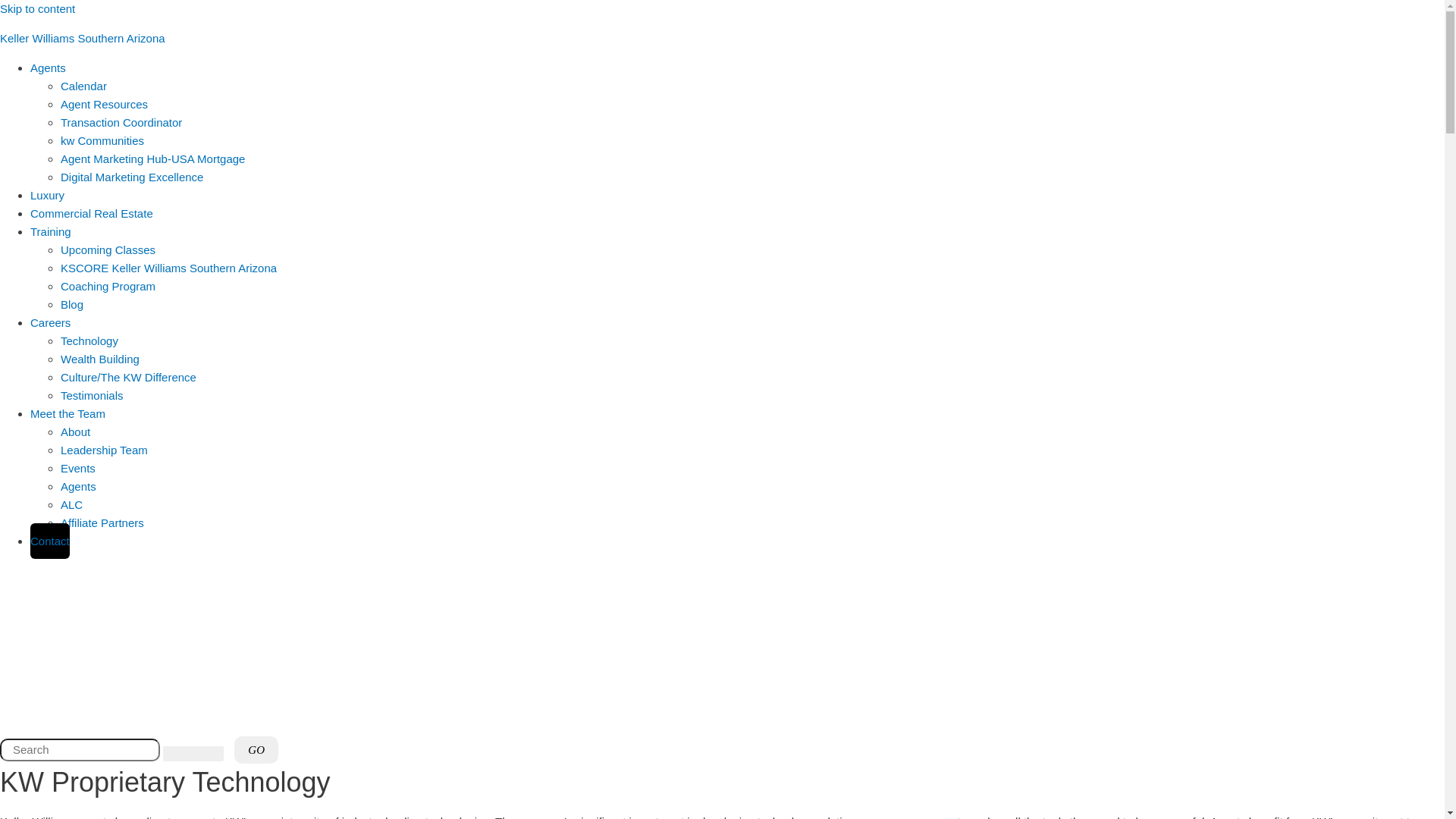 The height and width of the screenshot is (819, 1456). I want to click on 'Meet the Team', so click(30, 413).